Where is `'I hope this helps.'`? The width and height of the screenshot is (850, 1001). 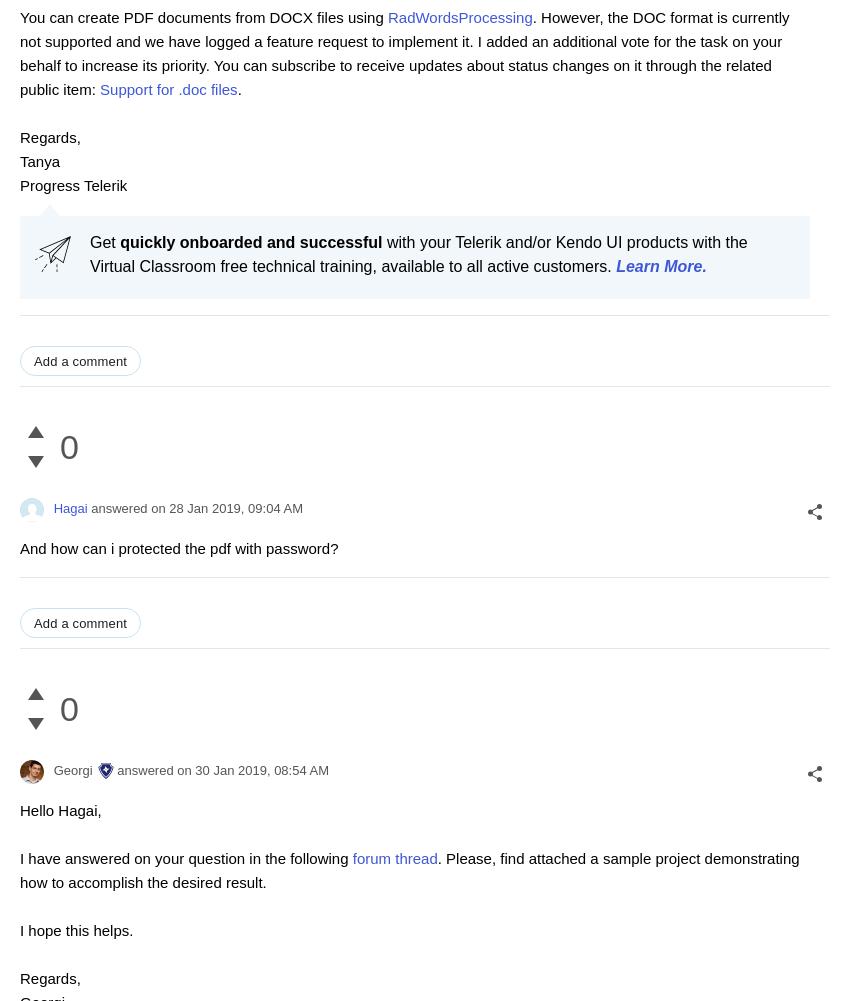
'I hope this helps.' is located at coordinates (76, 930).